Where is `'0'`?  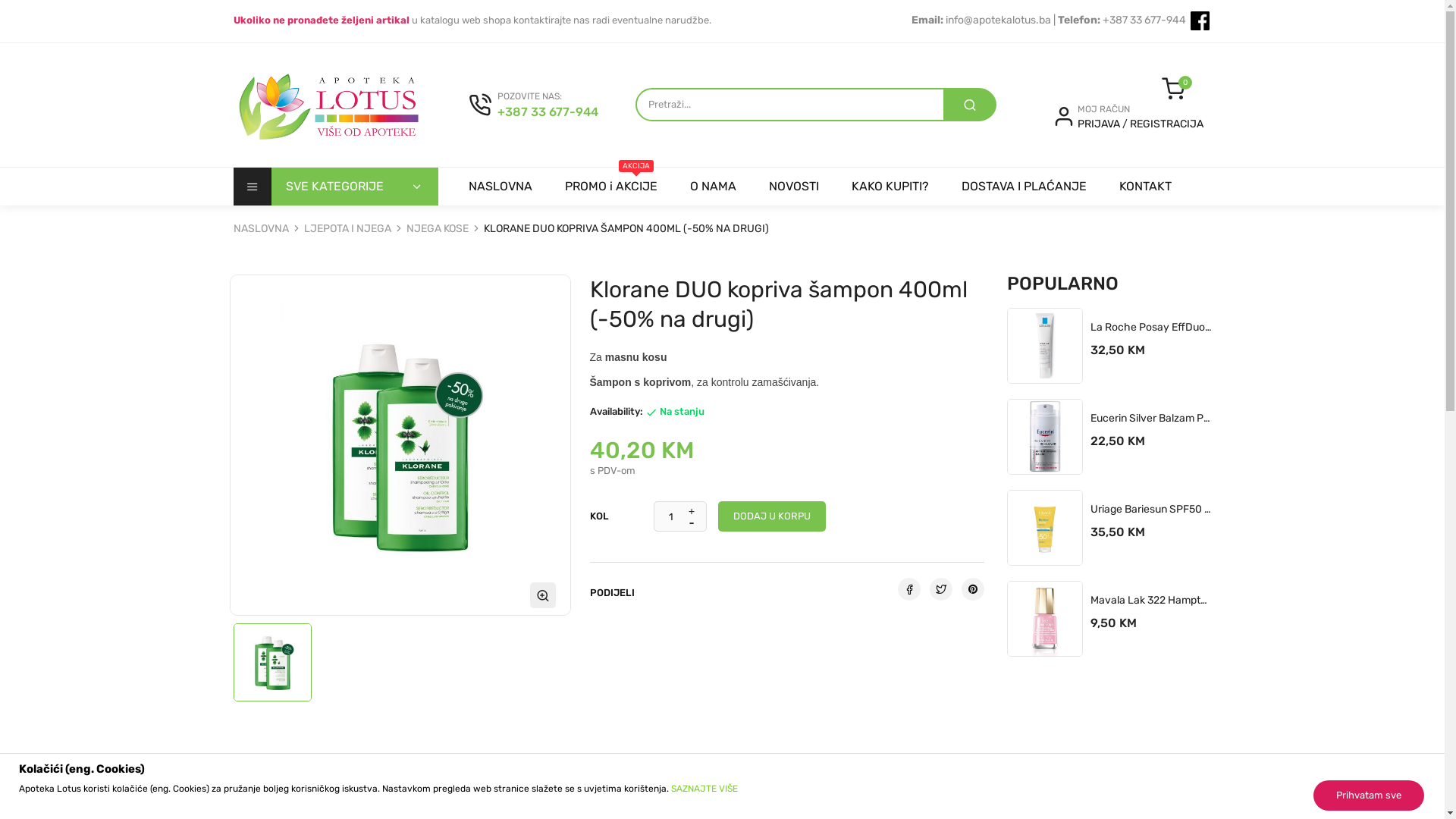 '0' is located at coordinates (1172, 88).